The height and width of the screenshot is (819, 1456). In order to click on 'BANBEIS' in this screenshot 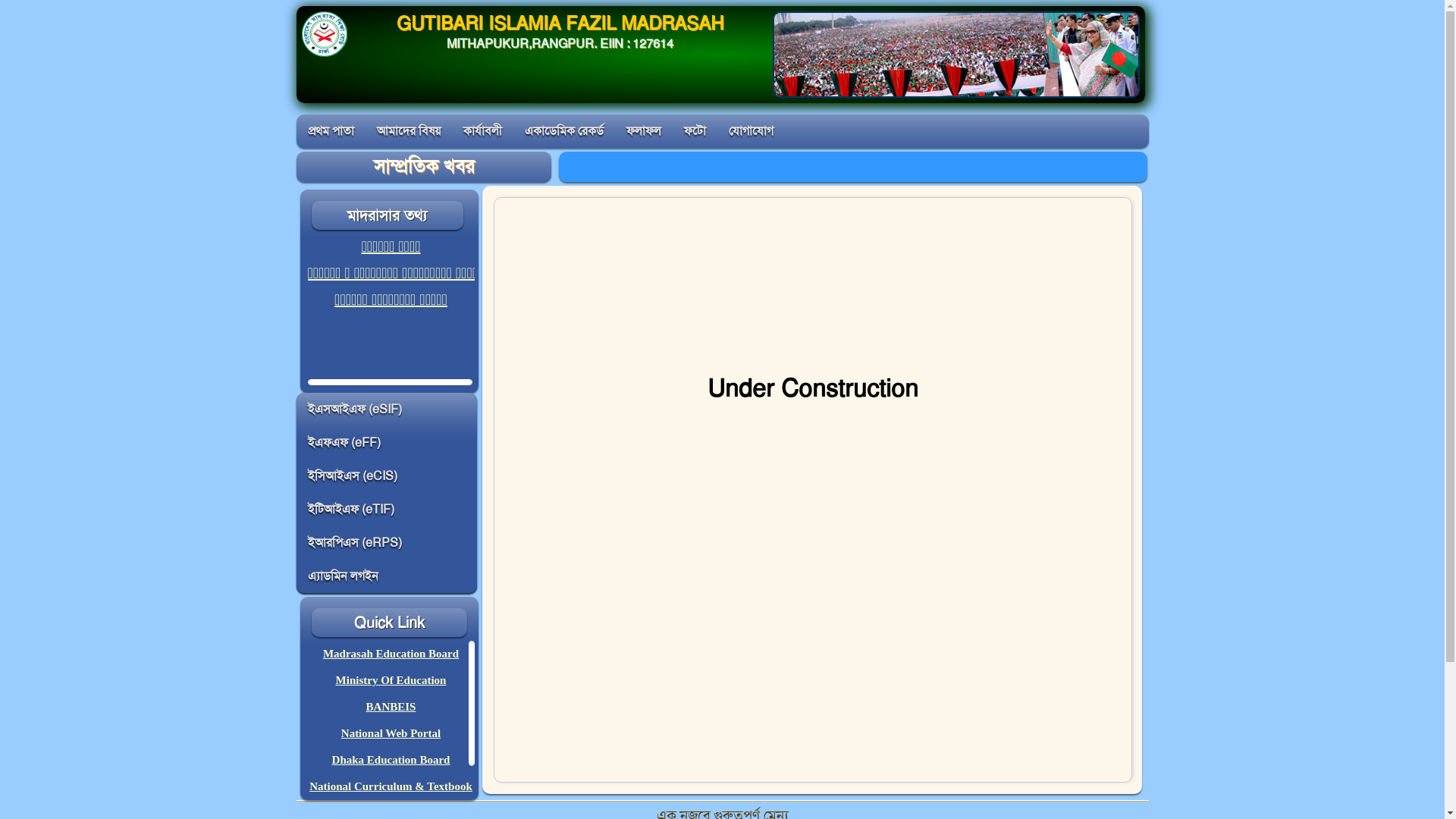, I will do `click(391, 707)`.